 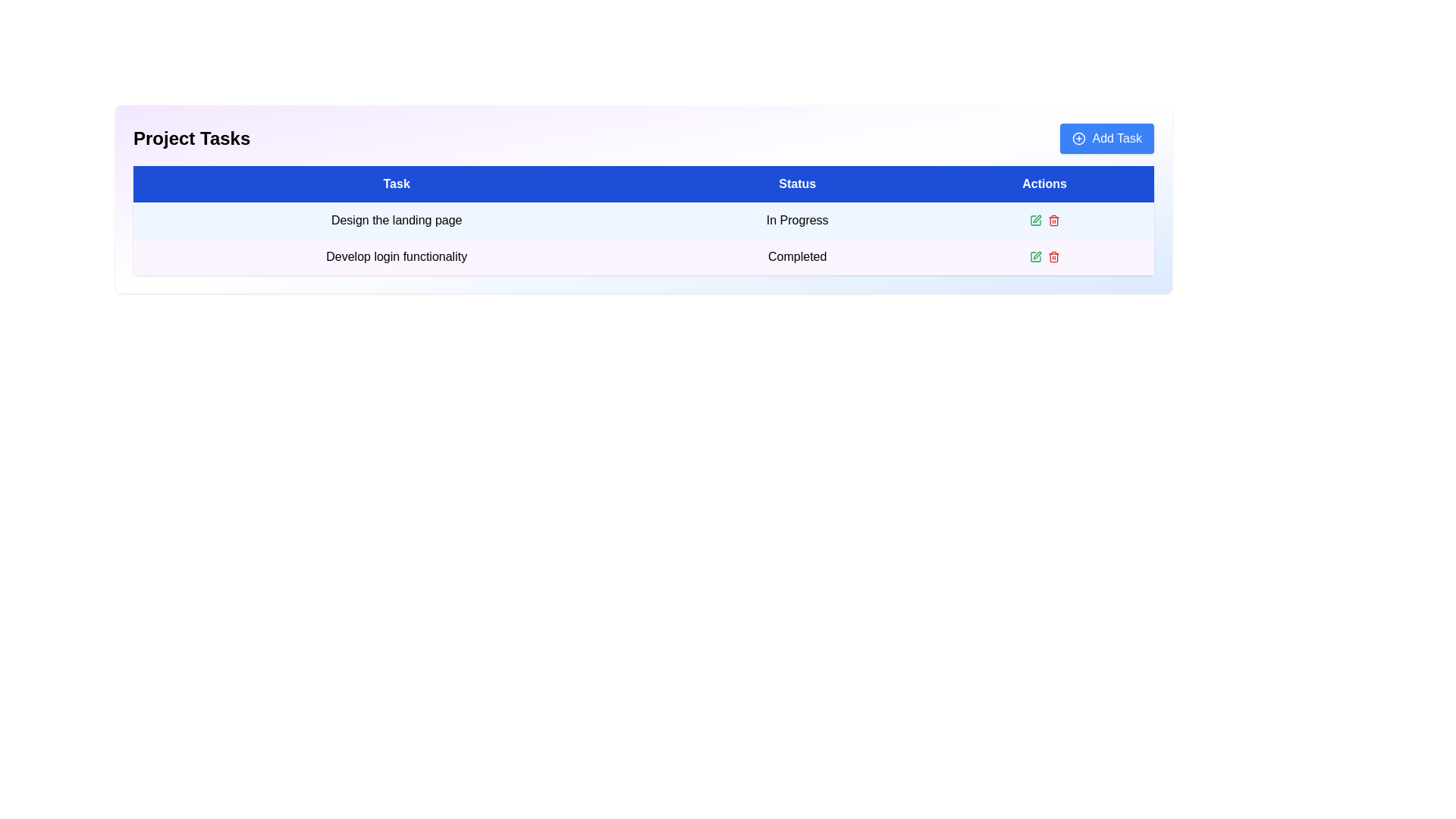 I want to click on the appearance of the small circular '+' icon located to the left of the 'Add Task' text within the top-right button of the application interface, so click(x=1078, y=138).